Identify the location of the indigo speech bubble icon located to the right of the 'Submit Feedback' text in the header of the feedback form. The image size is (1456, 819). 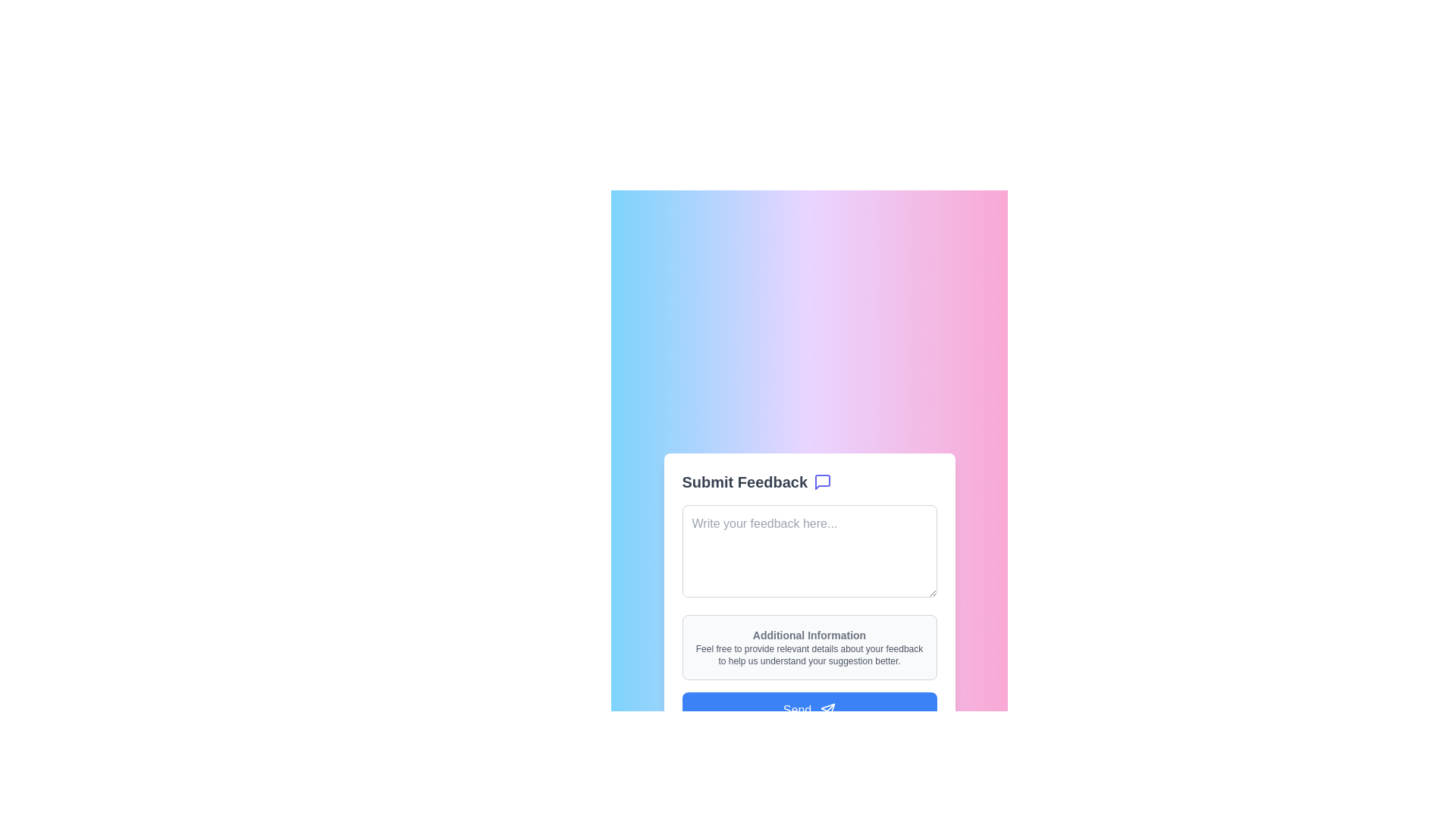
(822, 482).